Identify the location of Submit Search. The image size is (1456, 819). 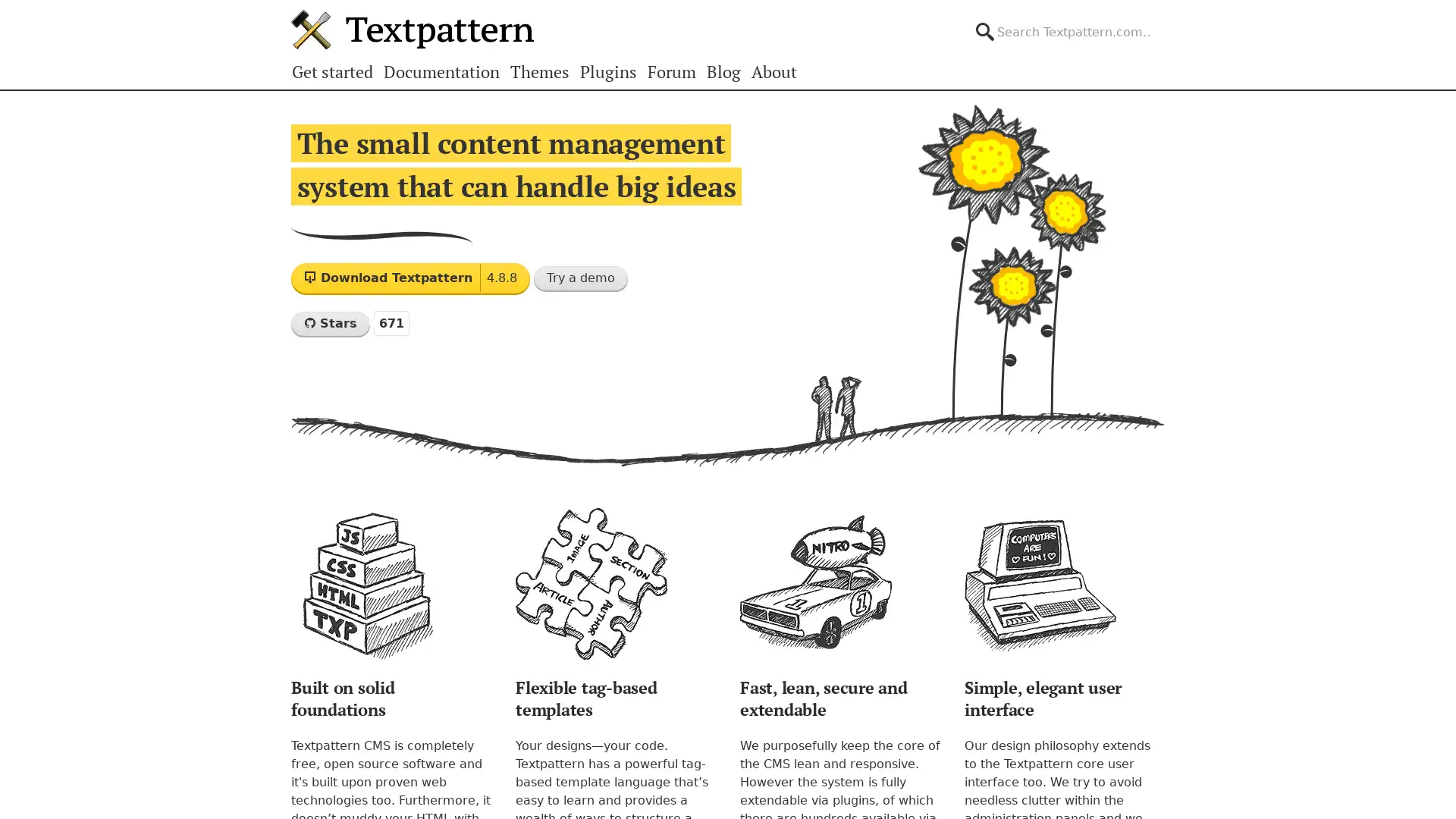
(1163, 18).